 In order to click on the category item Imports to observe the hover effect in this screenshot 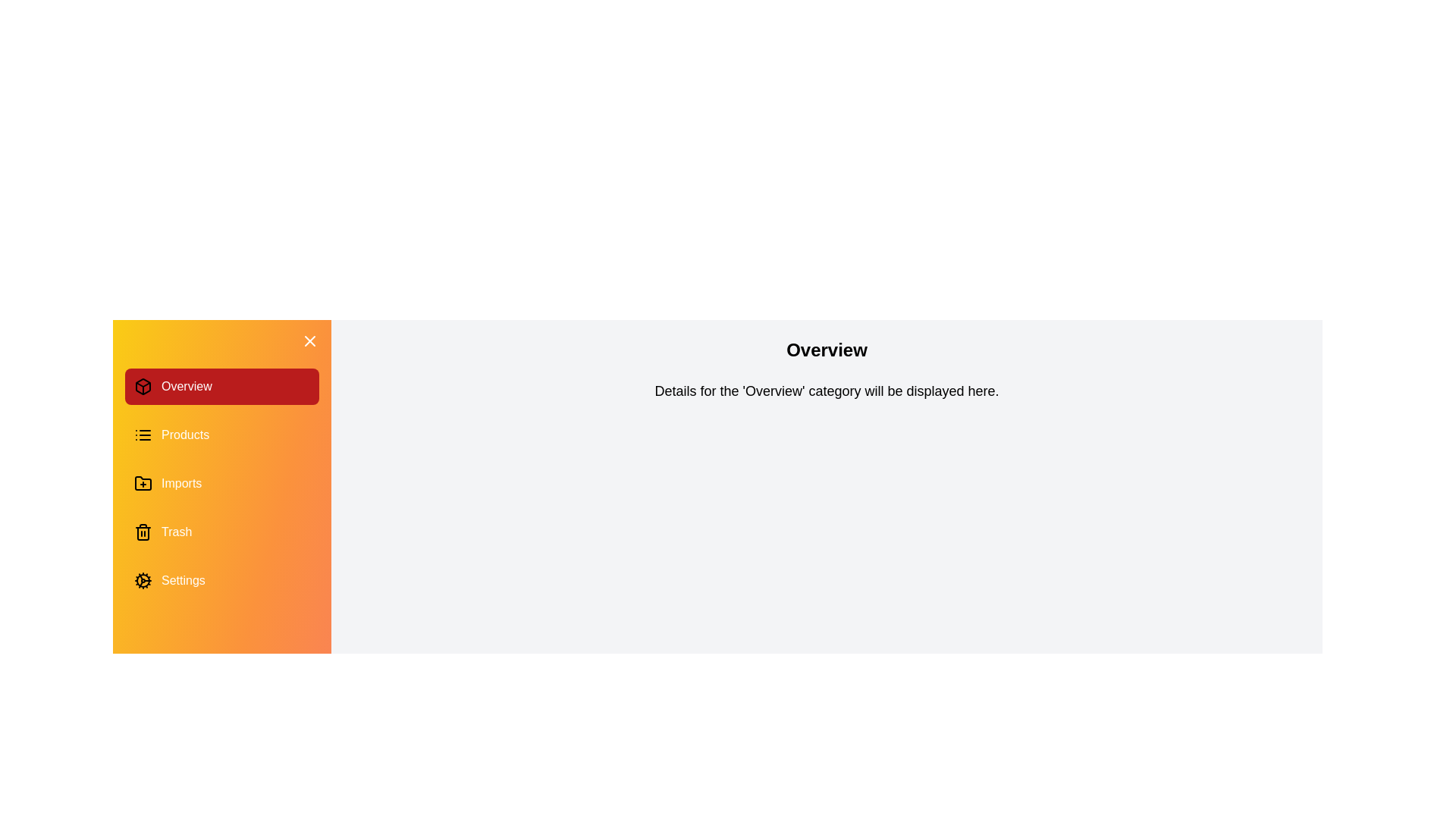, I will do `click(221, 483)`.